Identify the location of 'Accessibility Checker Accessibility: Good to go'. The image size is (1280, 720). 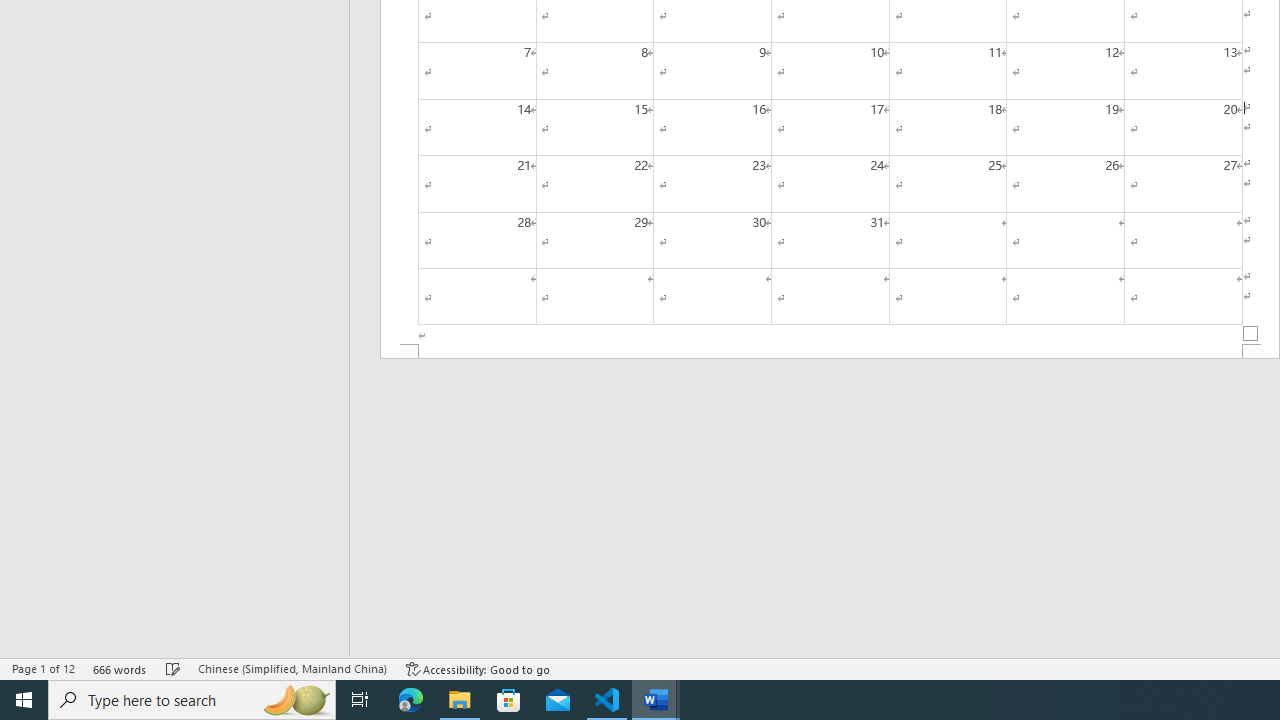
(477, 669).